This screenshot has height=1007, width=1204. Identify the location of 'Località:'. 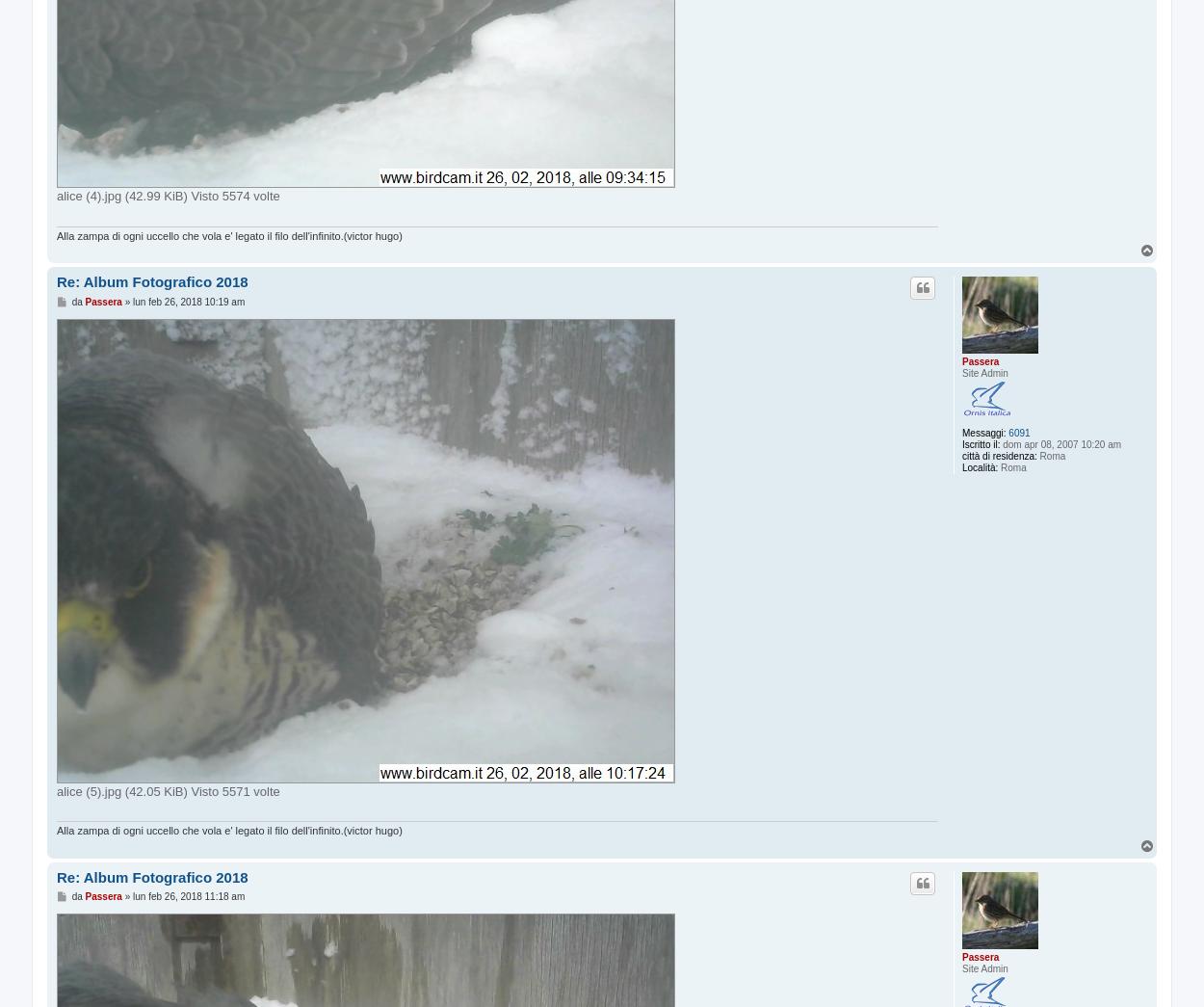
(961, 466).